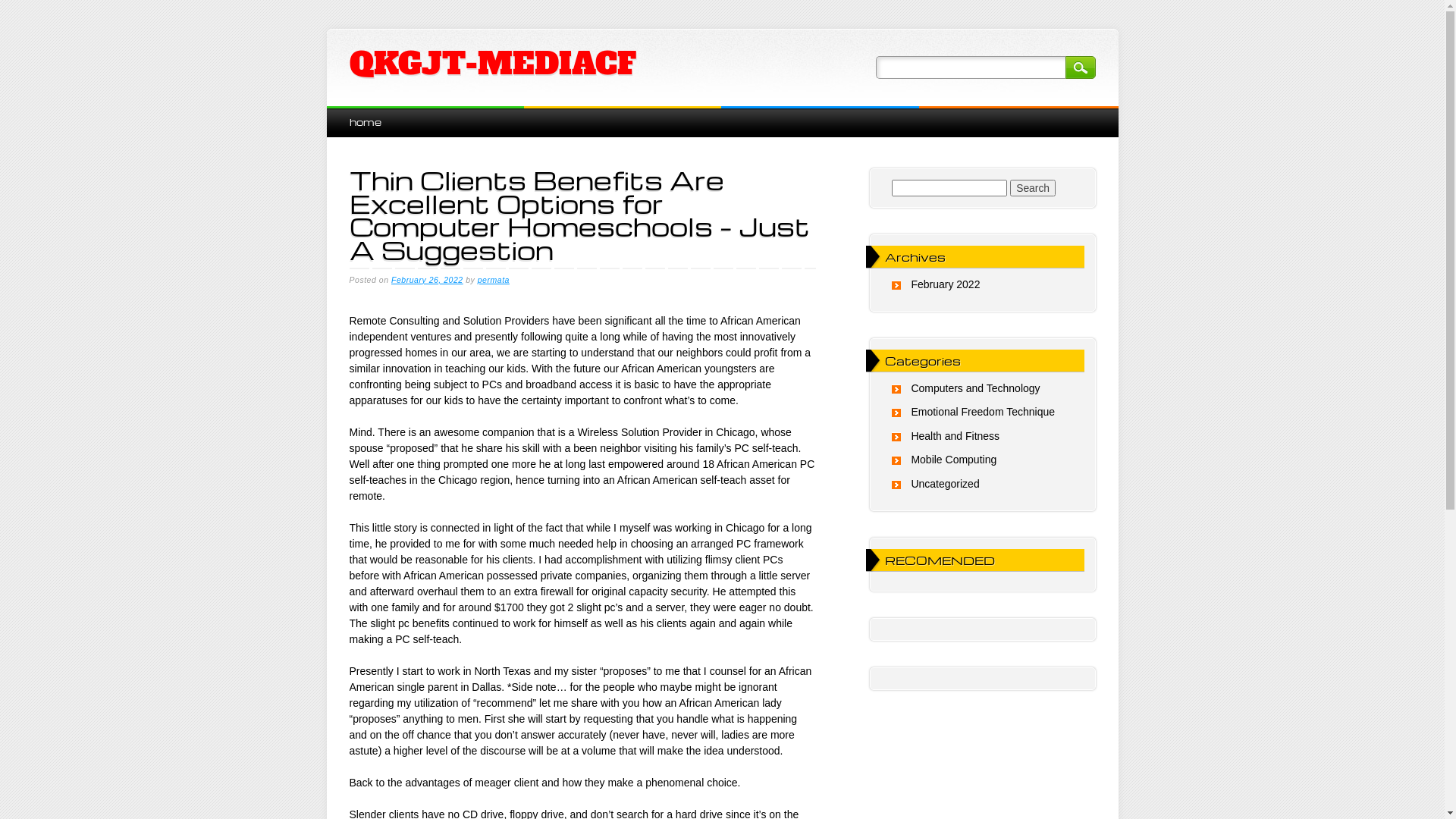 The image size is (1456, 819). Describe the element at coordinates (364, 121) in the screenshot. I see `'home'` at that location.